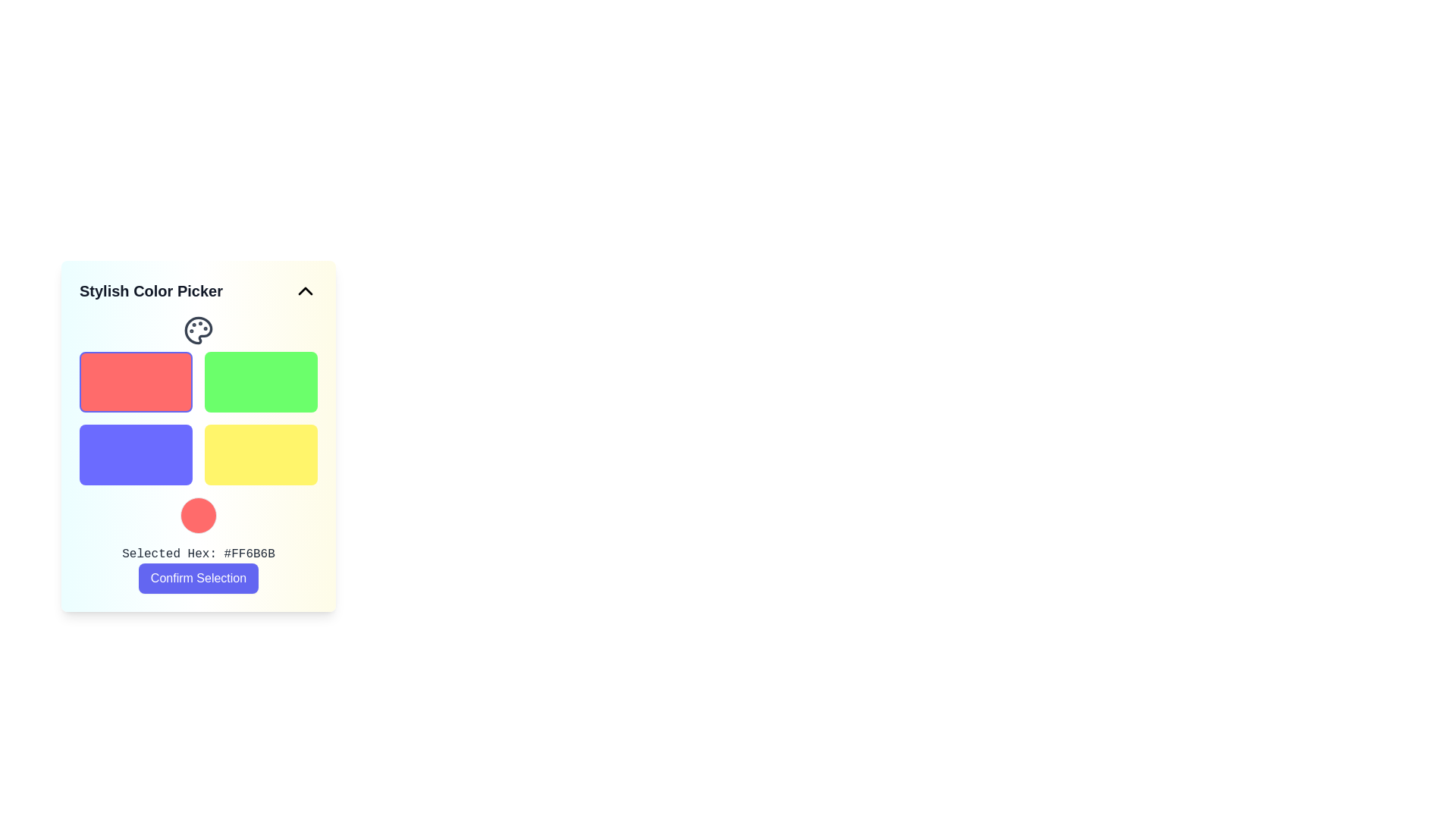 The height and width of the screenshot is (819, 1456). Describe the element at coordinates (198, 579) in the screenshot. I see `the rectangular button with a blue background and white text that reads 'Confirm Selection' to provide interaction feedback` at that location.